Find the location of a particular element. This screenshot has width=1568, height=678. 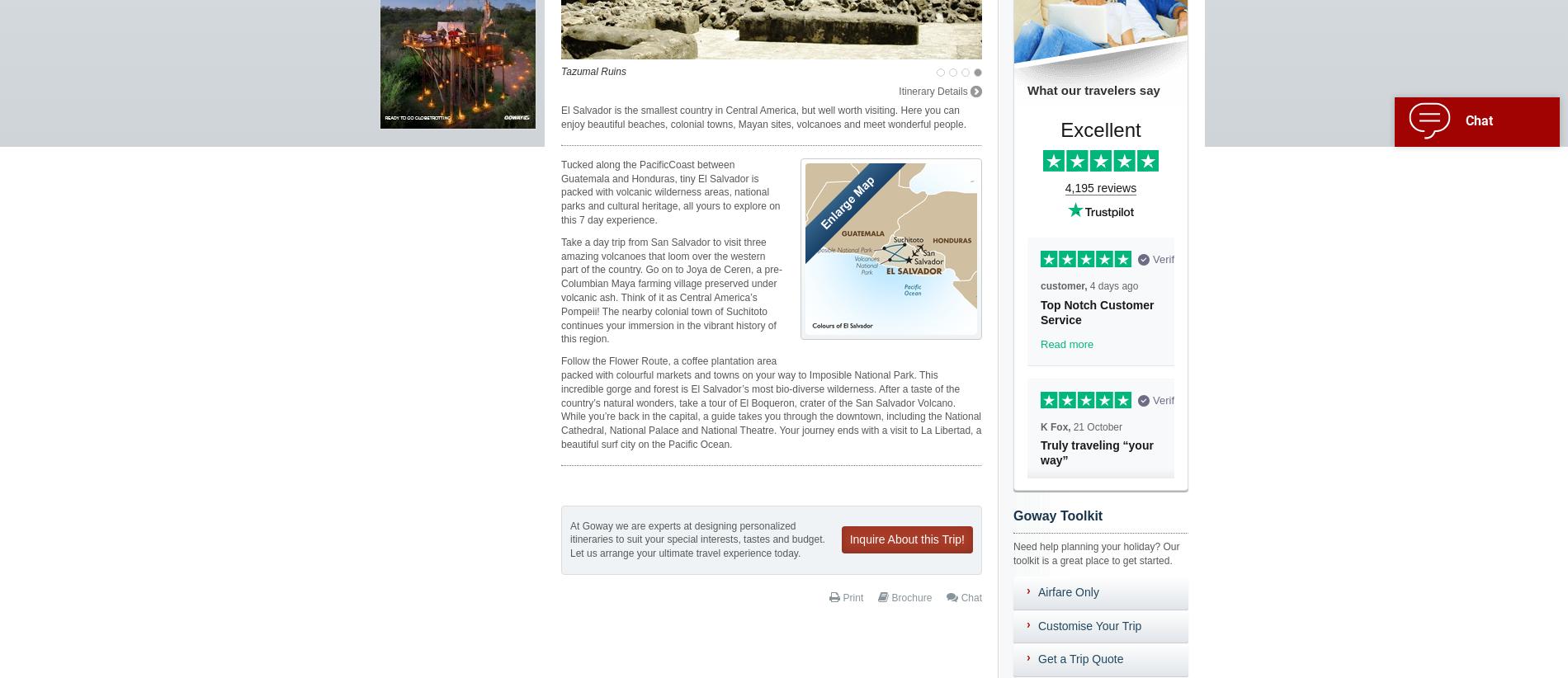

'Itinerary Details' is located at coordinates (934, 90).